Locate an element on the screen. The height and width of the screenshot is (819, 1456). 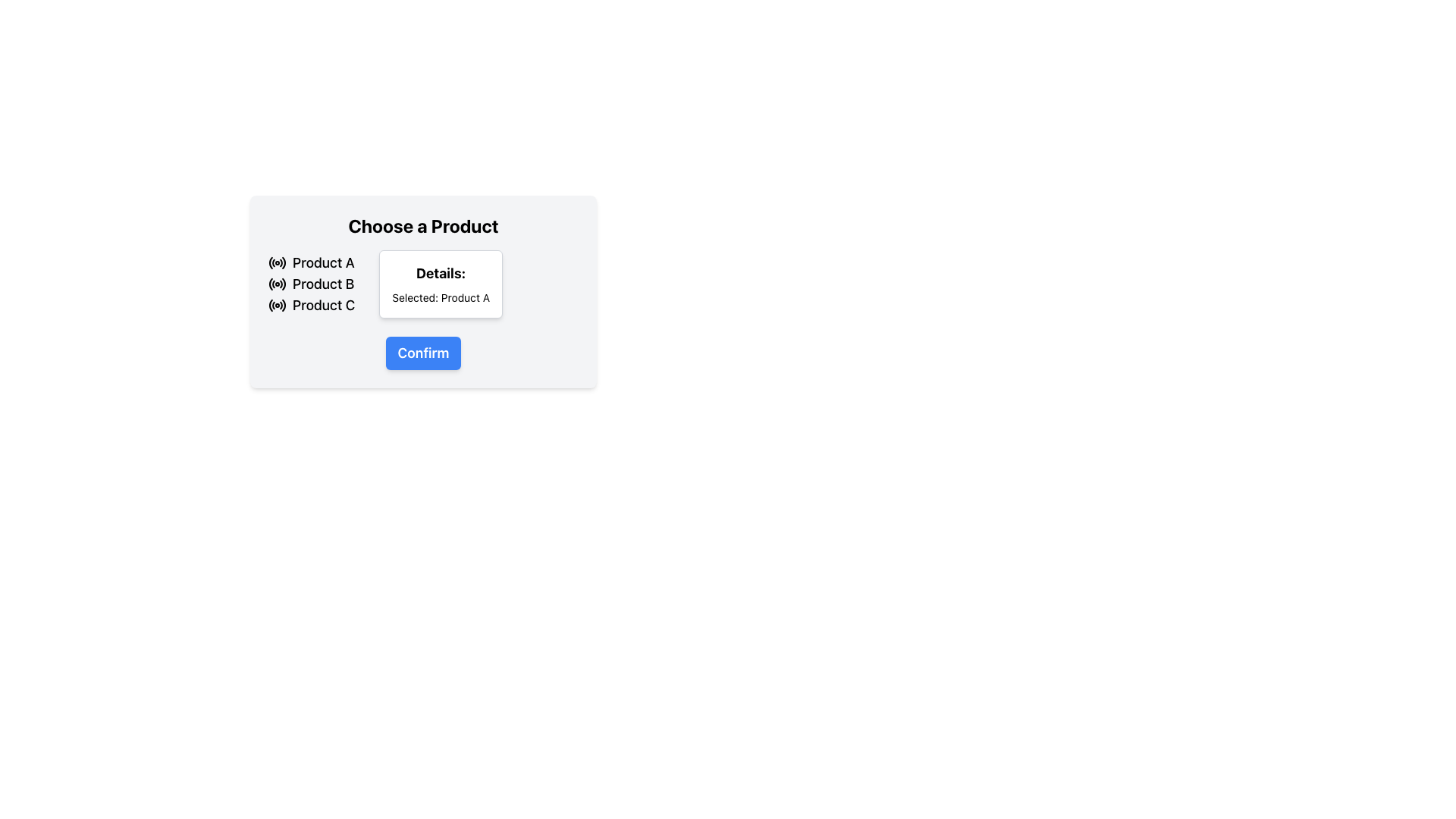
the Icon Fragment, which is a small curved segment of a circular shape that is part of the radio button indicator adjacent to the 'Product B' label is located at coordinates (281, 284).